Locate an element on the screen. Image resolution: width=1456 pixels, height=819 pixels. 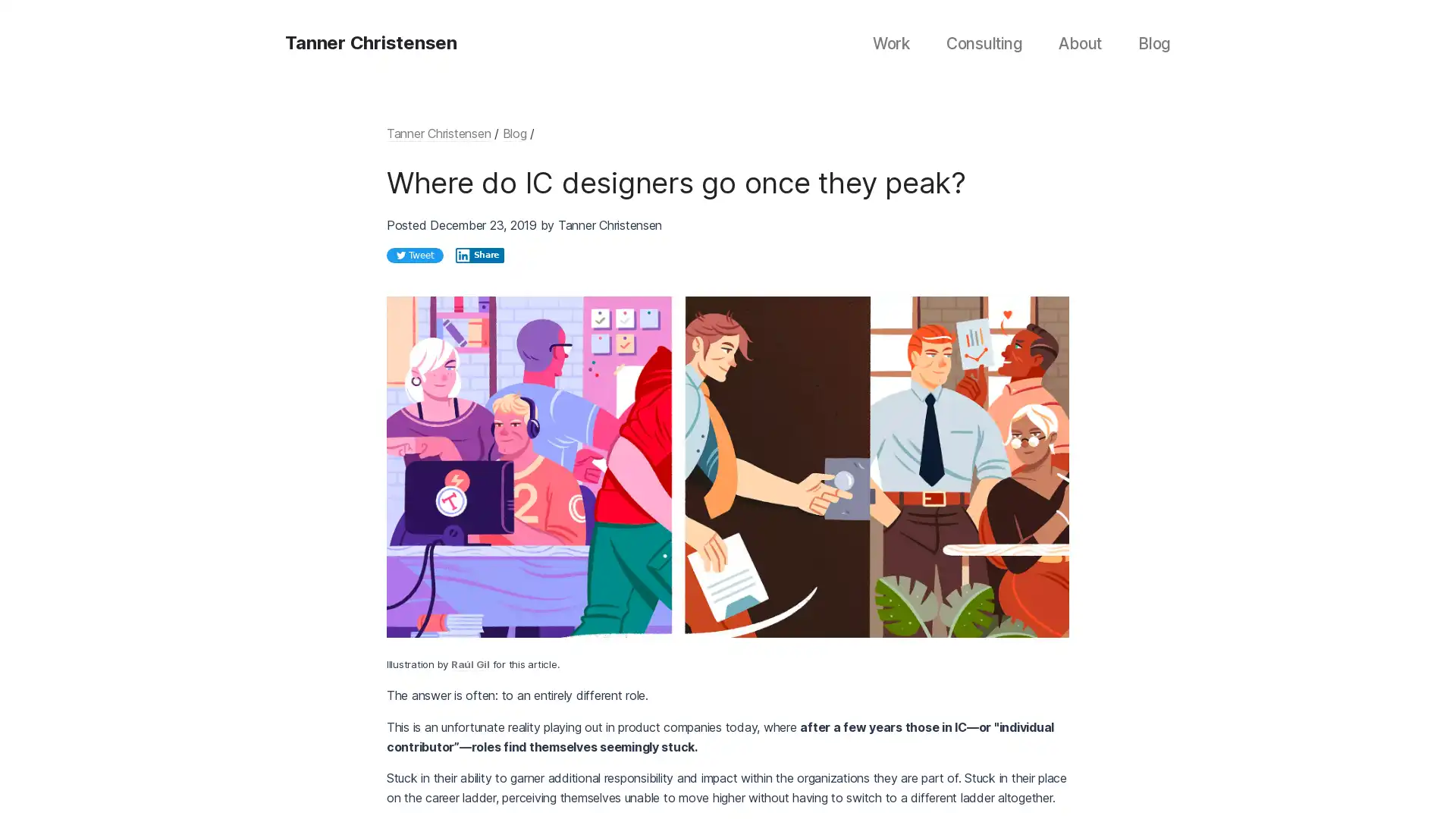
Share is located at coordinates (479, 253).